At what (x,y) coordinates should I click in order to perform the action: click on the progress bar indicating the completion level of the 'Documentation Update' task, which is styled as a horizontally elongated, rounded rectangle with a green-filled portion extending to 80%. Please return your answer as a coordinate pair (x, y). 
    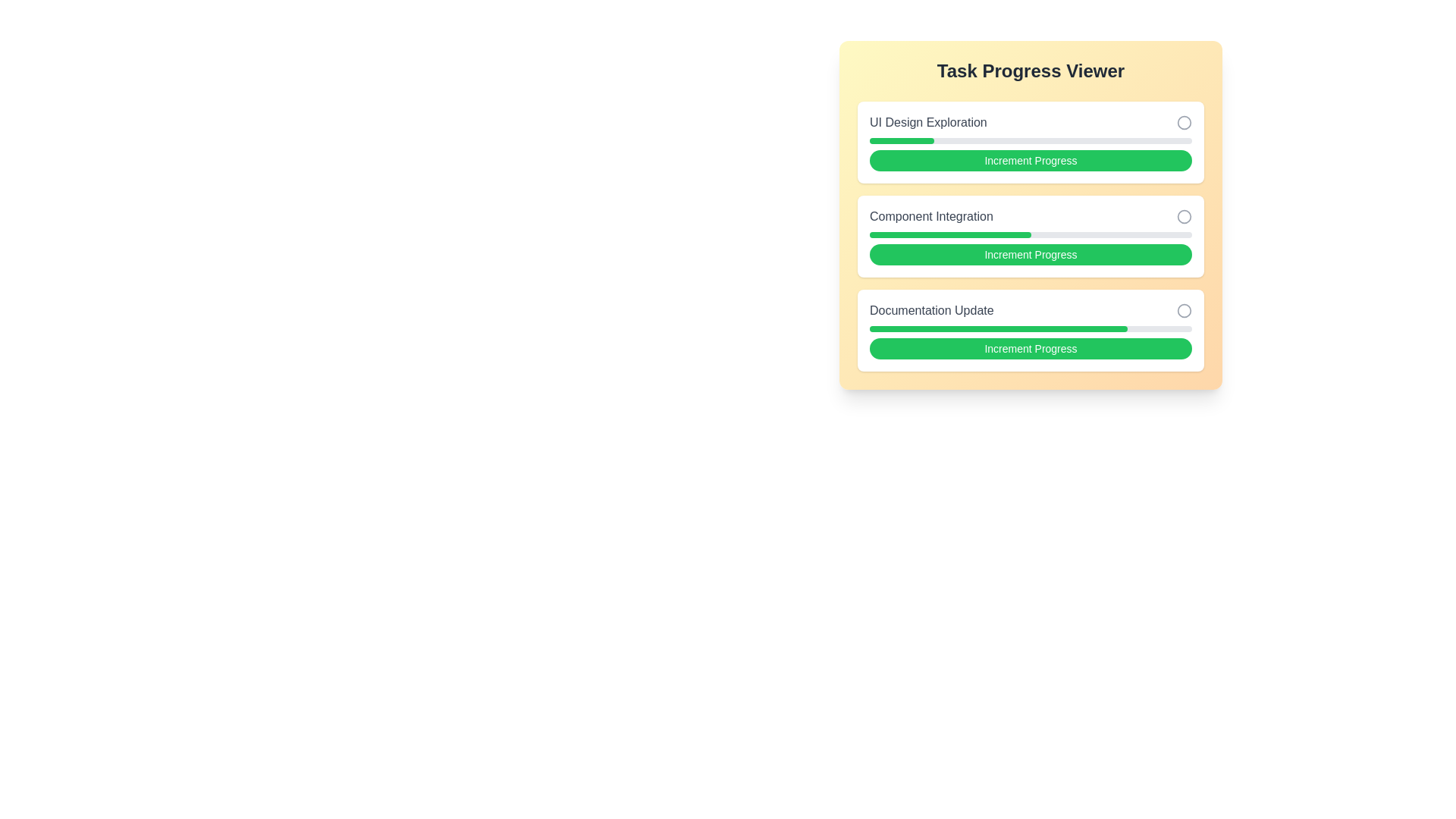
    Looking at the image, I should click on (1031, 328).